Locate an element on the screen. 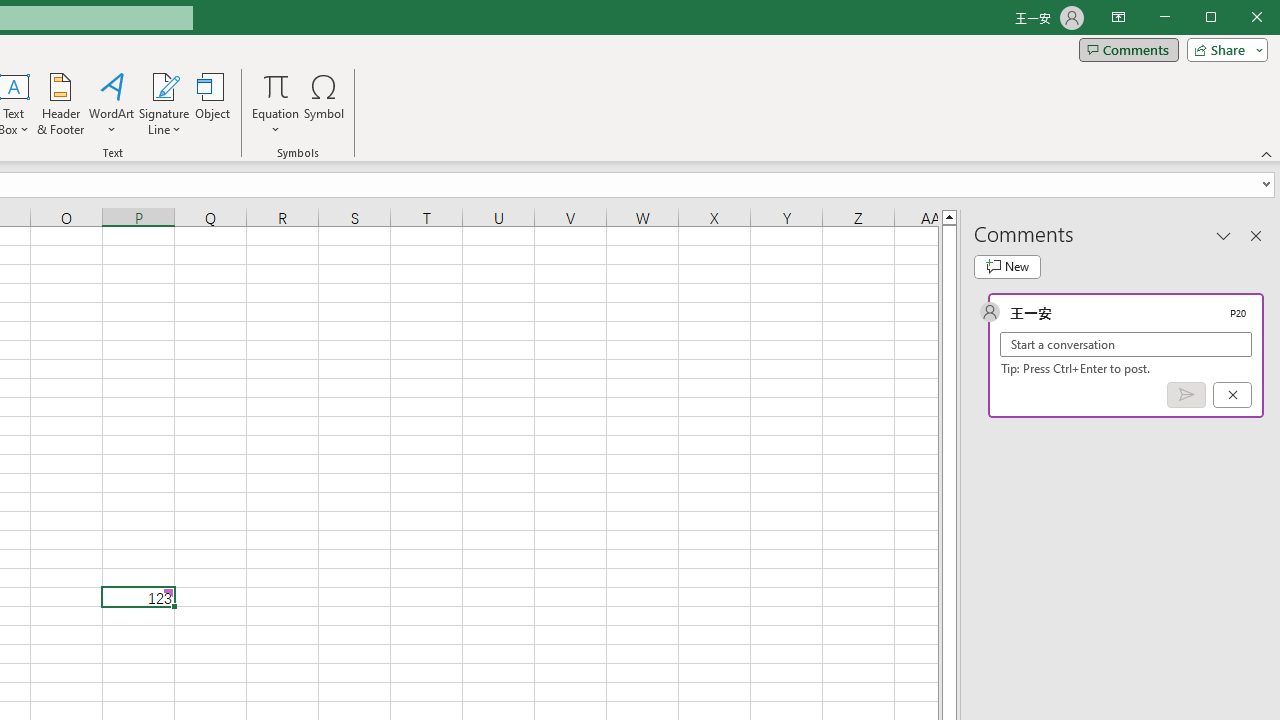  'Symbol...' is located at coordinates (324, 104).